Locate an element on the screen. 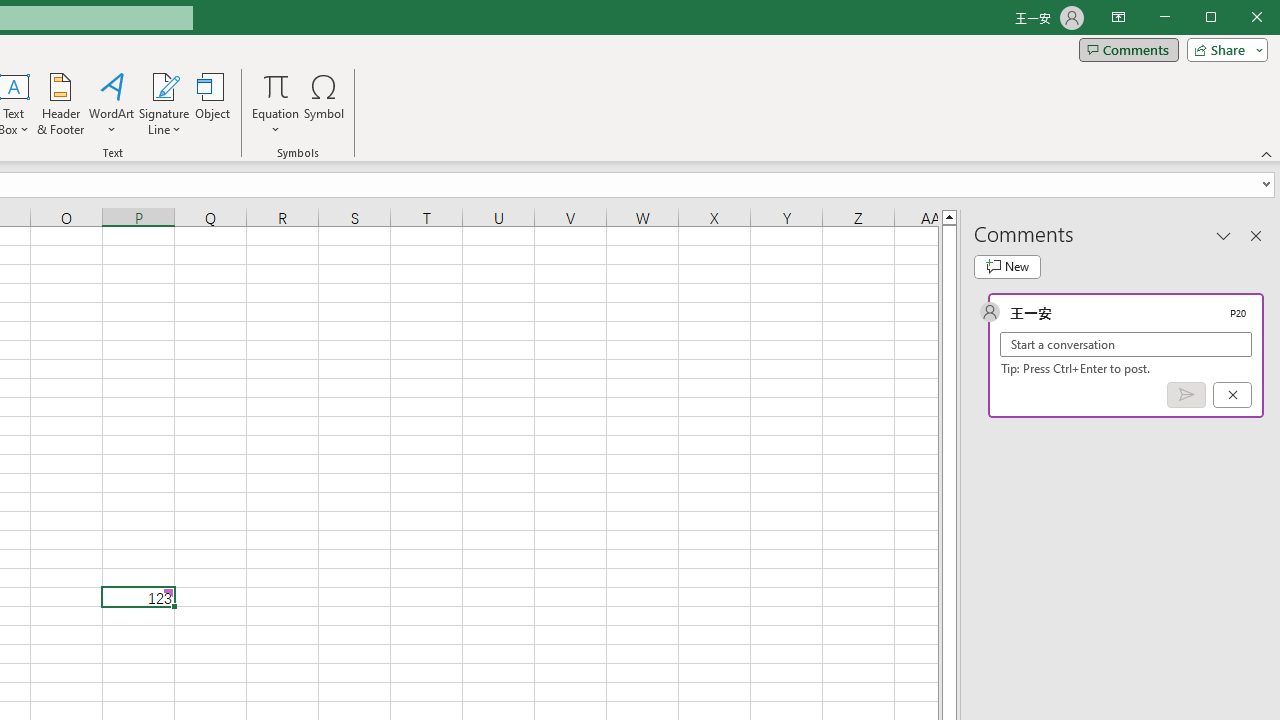  'Symbol...' is located at coordinates (324, 104).